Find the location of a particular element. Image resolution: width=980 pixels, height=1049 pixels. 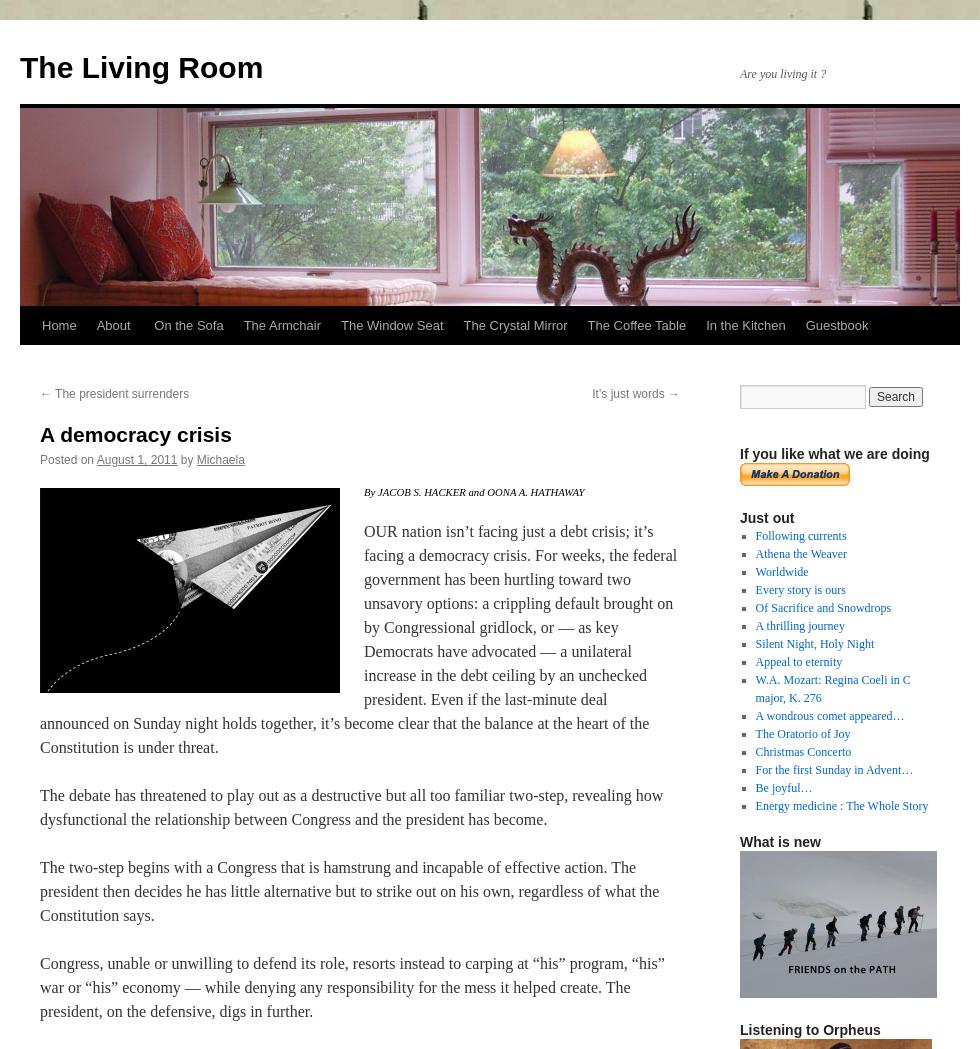

'Silent Night, Holy Night' is located at coordinates (814, 643).